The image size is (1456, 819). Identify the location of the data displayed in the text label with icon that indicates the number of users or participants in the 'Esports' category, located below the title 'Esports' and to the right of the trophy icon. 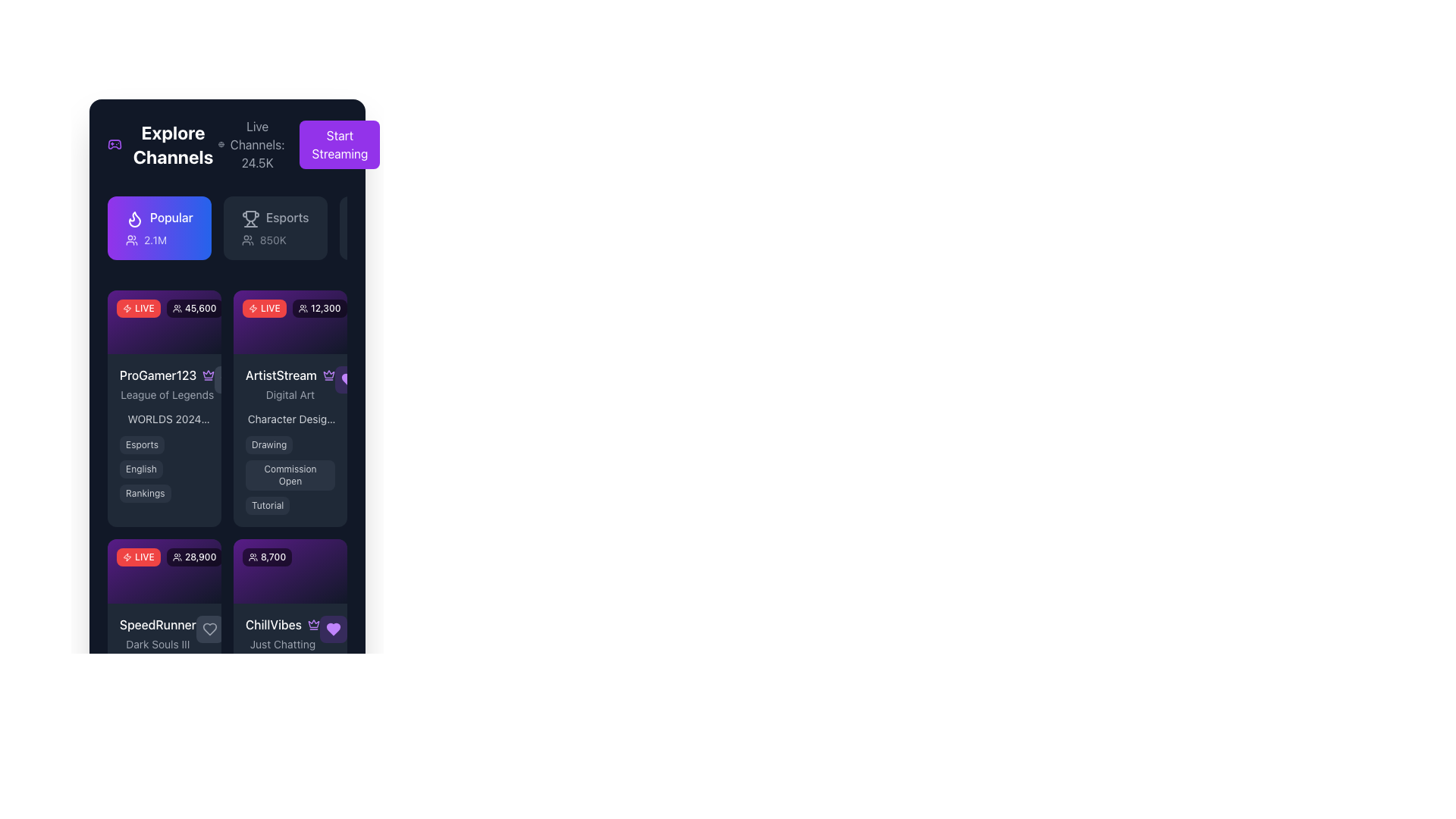
(275, 239).